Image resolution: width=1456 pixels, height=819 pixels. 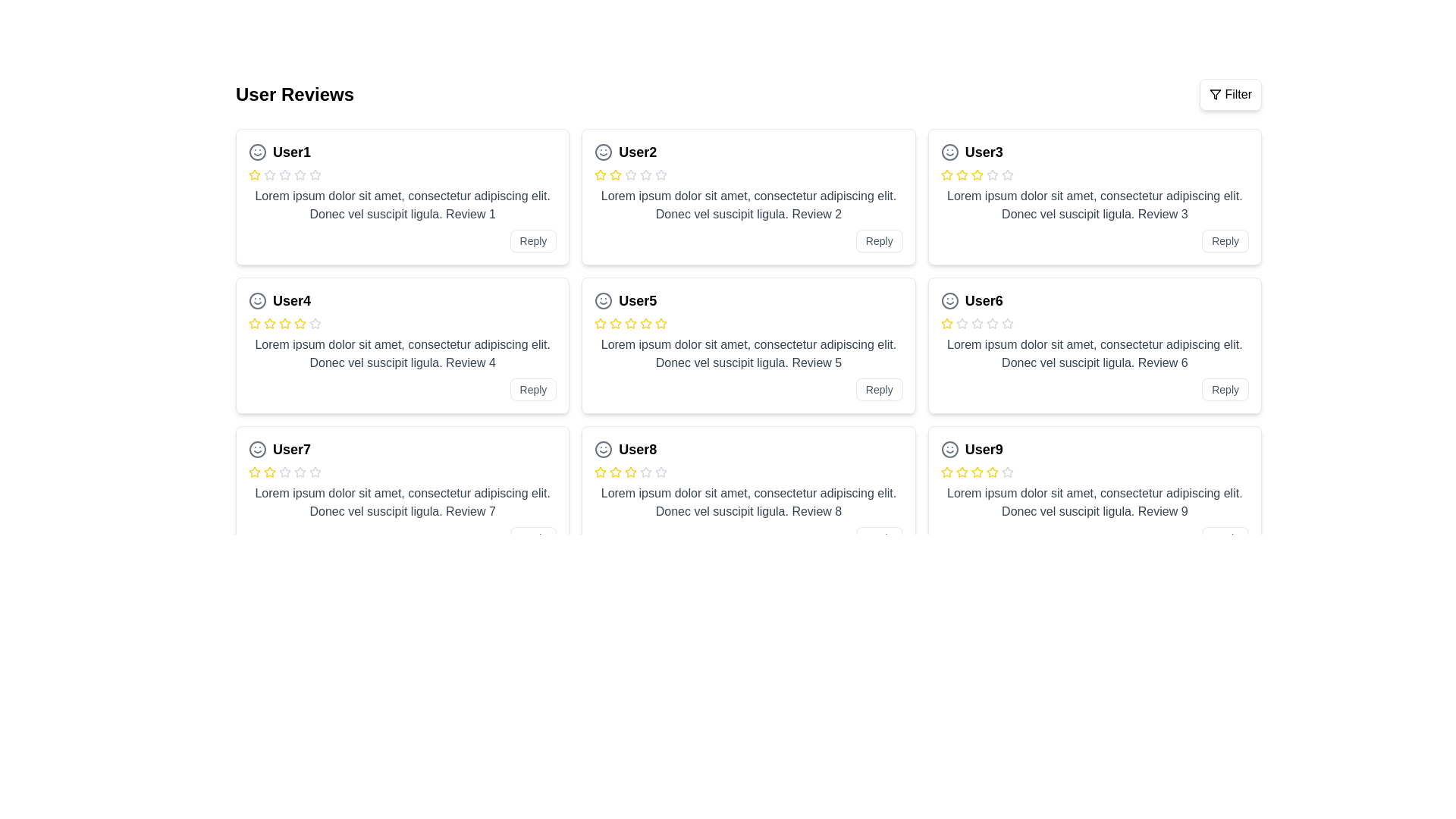 What do you see at coordinates (961, 174) in the screenshot?
I see `the third star icon in the five-star rating system within the review card for 'User3' for accessibility purposes` at bounding box center [961, 174].